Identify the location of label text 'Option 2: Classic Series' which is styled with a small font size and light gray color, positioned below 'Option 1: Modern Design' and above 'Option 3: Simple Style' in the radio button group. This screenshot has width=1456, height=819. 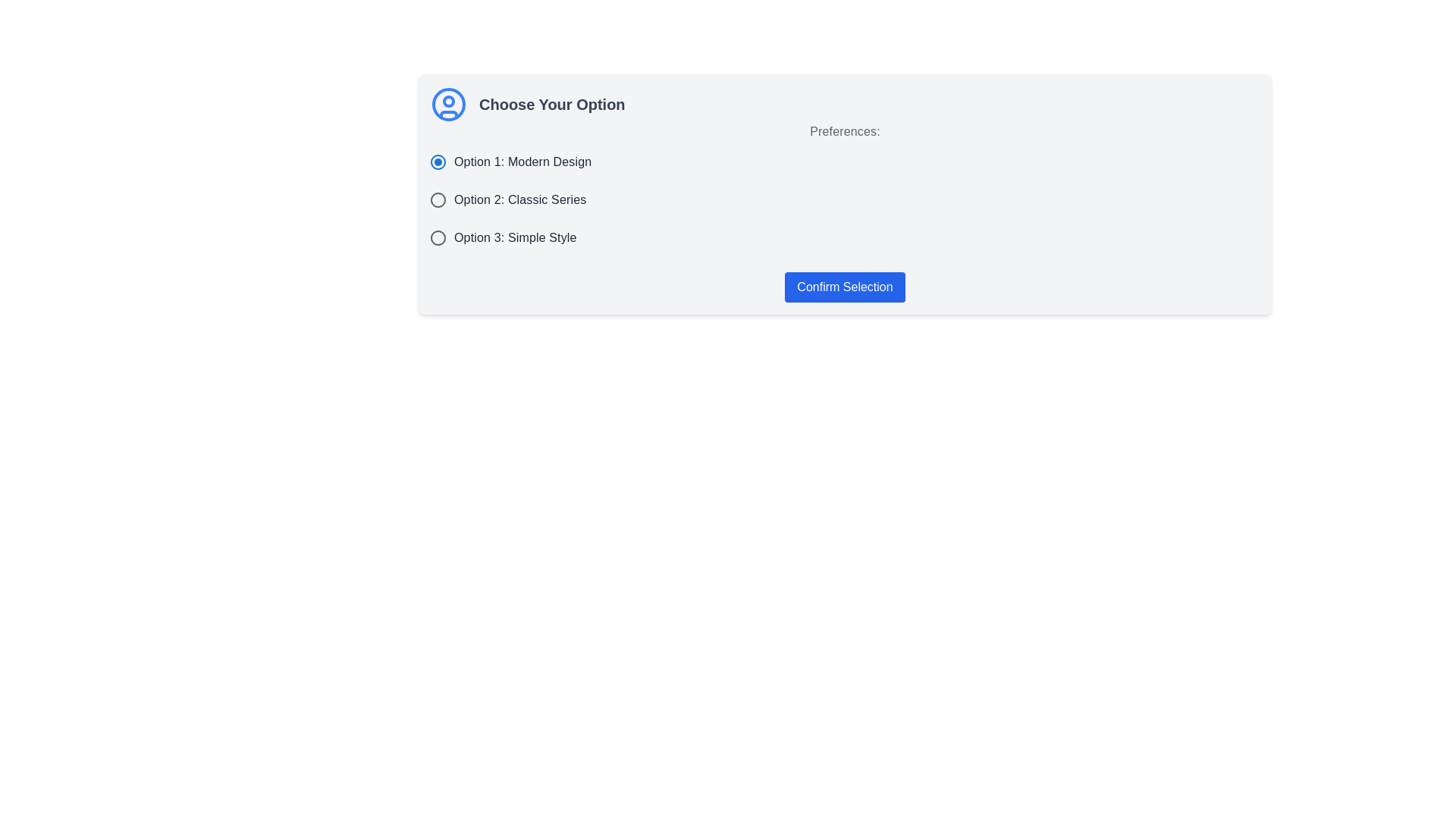
(520, 199).